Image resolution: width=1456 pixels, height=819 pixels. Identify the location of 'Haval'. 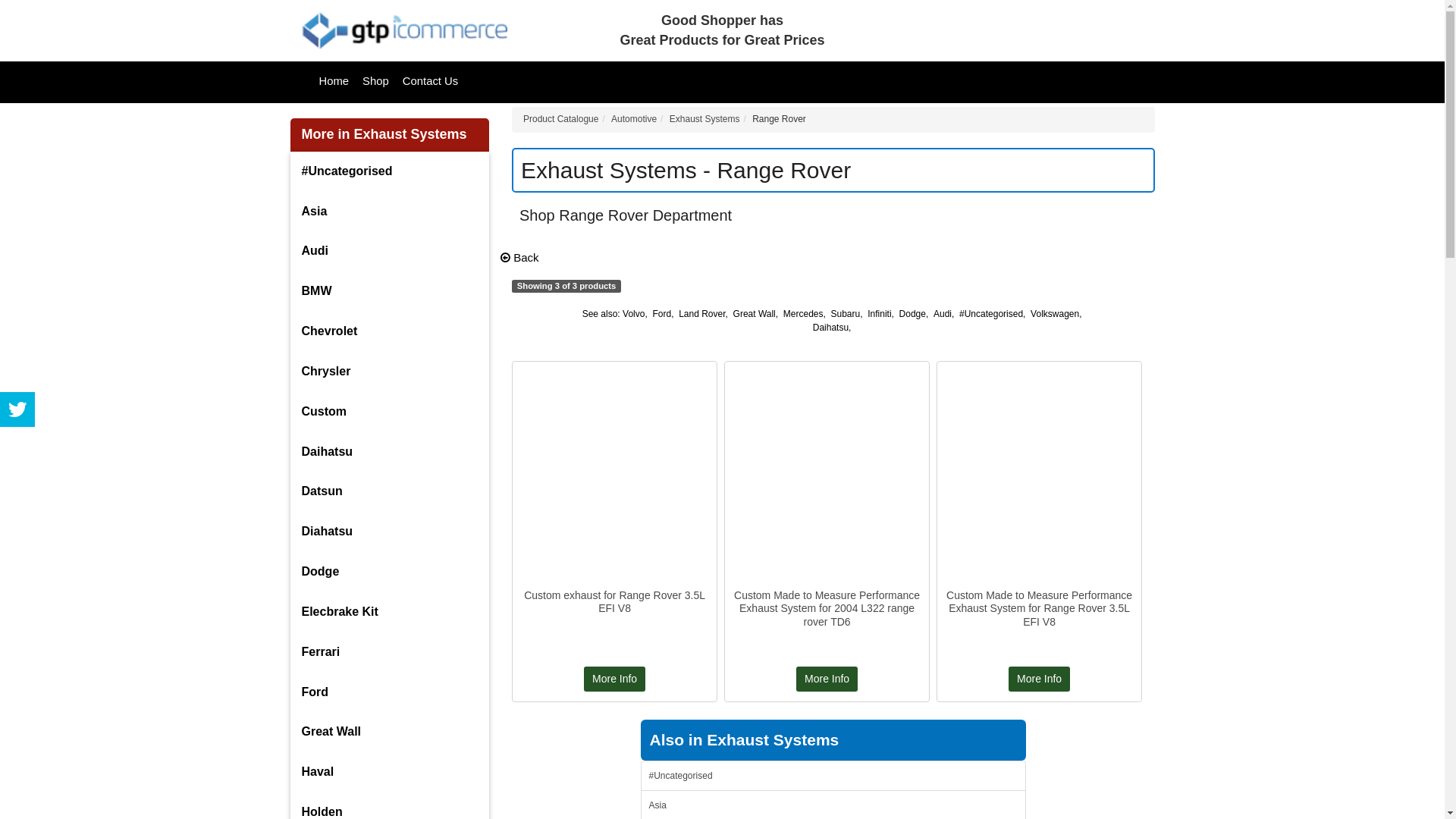
(290, 772).